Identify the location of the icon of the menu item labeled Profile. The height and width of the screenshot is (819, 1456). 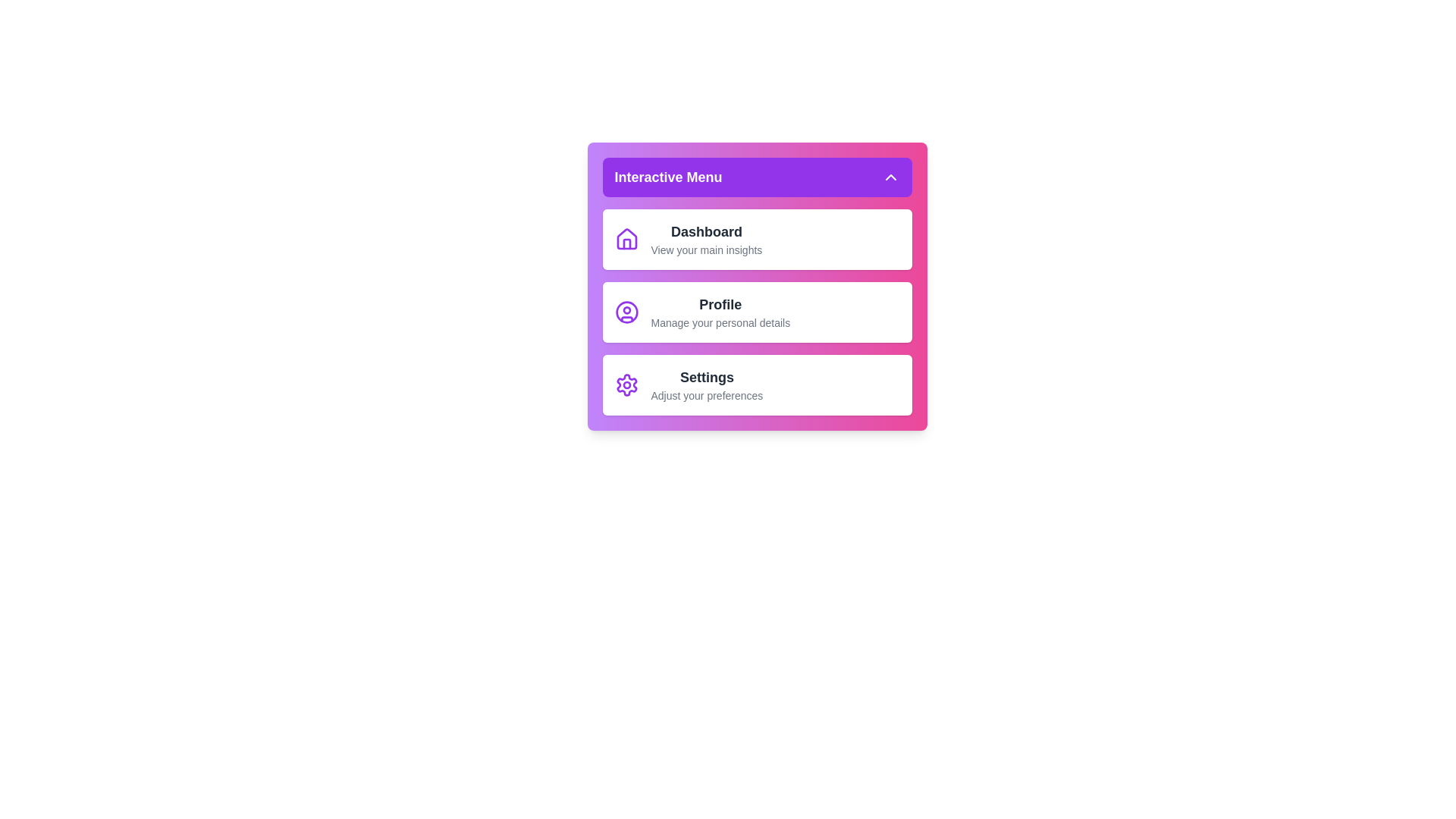
(626, 312).